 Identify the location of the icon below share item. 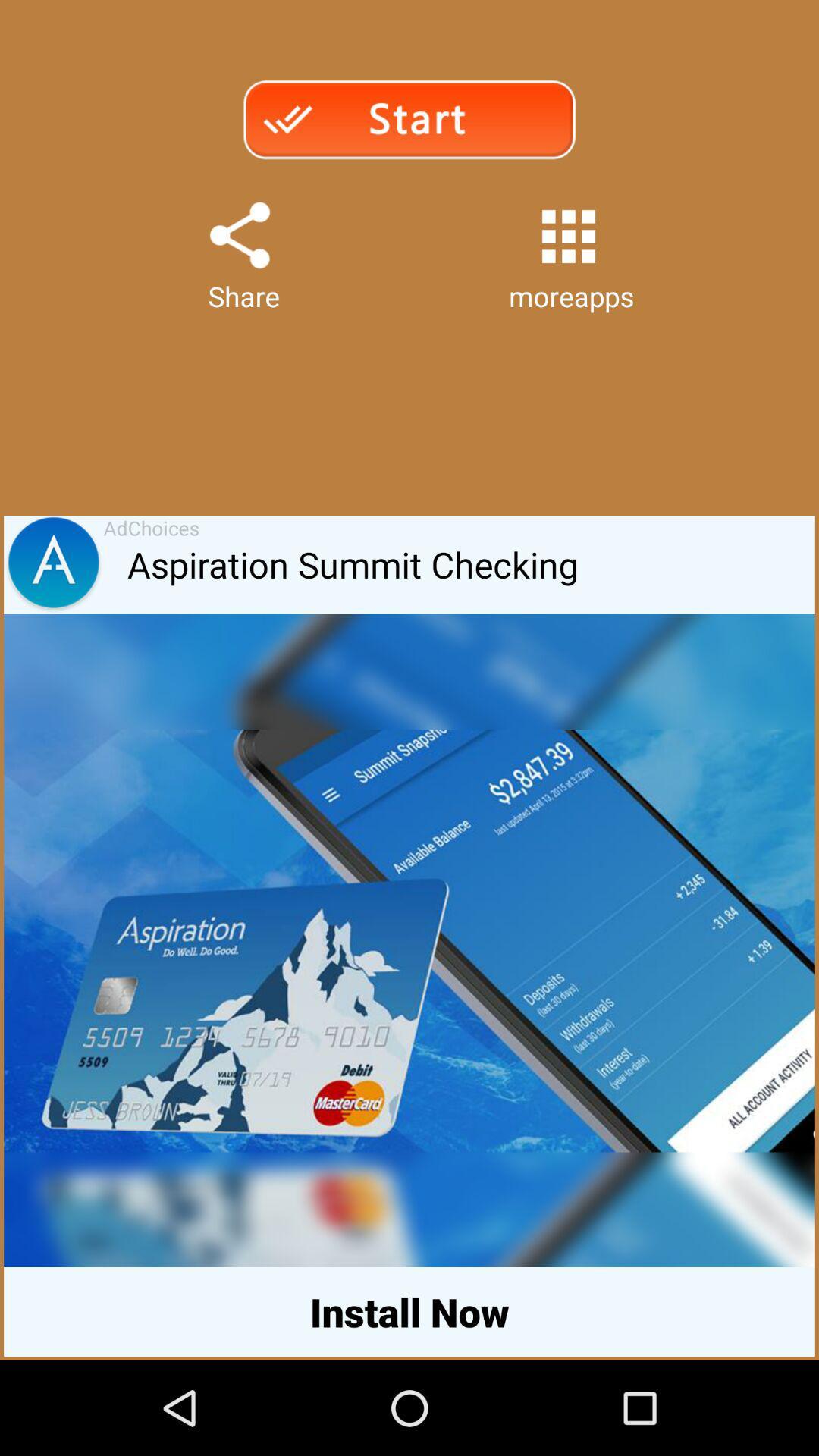
(470, 564).